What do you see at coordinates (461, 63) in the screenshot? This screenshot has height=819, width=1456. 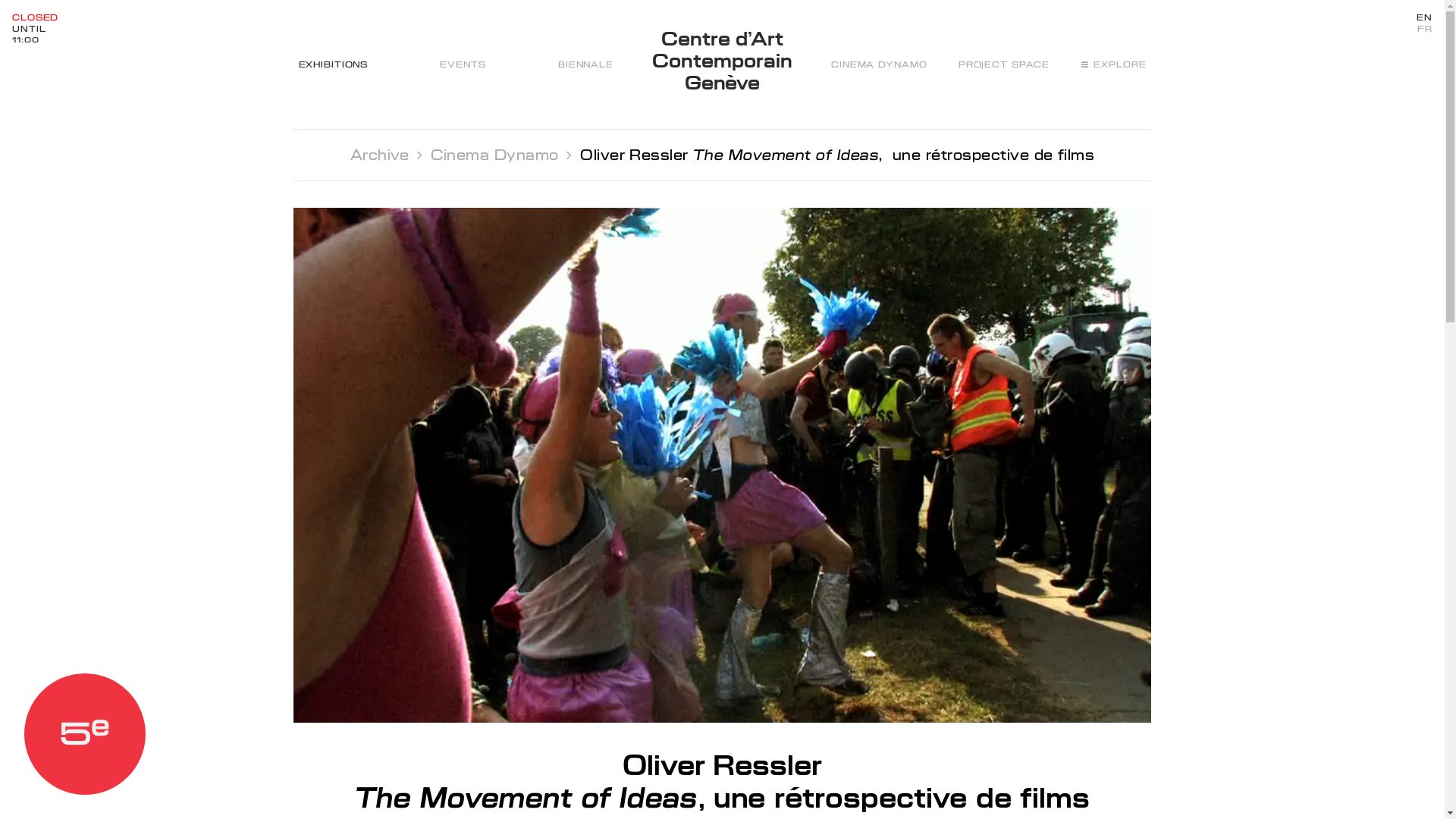 I see `'EVENTS'` at bounding box center [461, 63].